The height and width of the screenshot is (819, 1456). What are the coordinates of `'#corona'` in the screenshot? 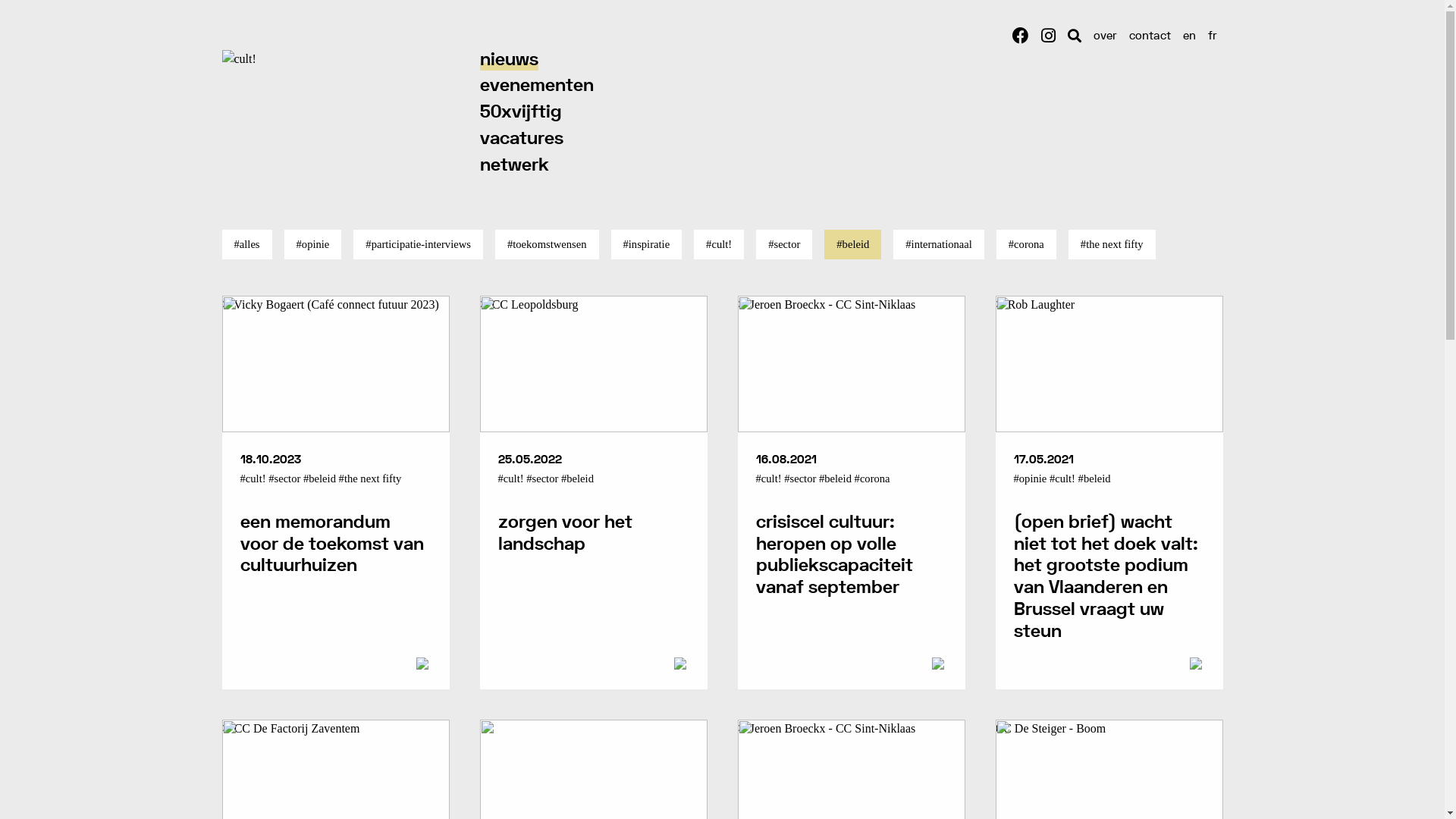 It's located at (1026, 243).